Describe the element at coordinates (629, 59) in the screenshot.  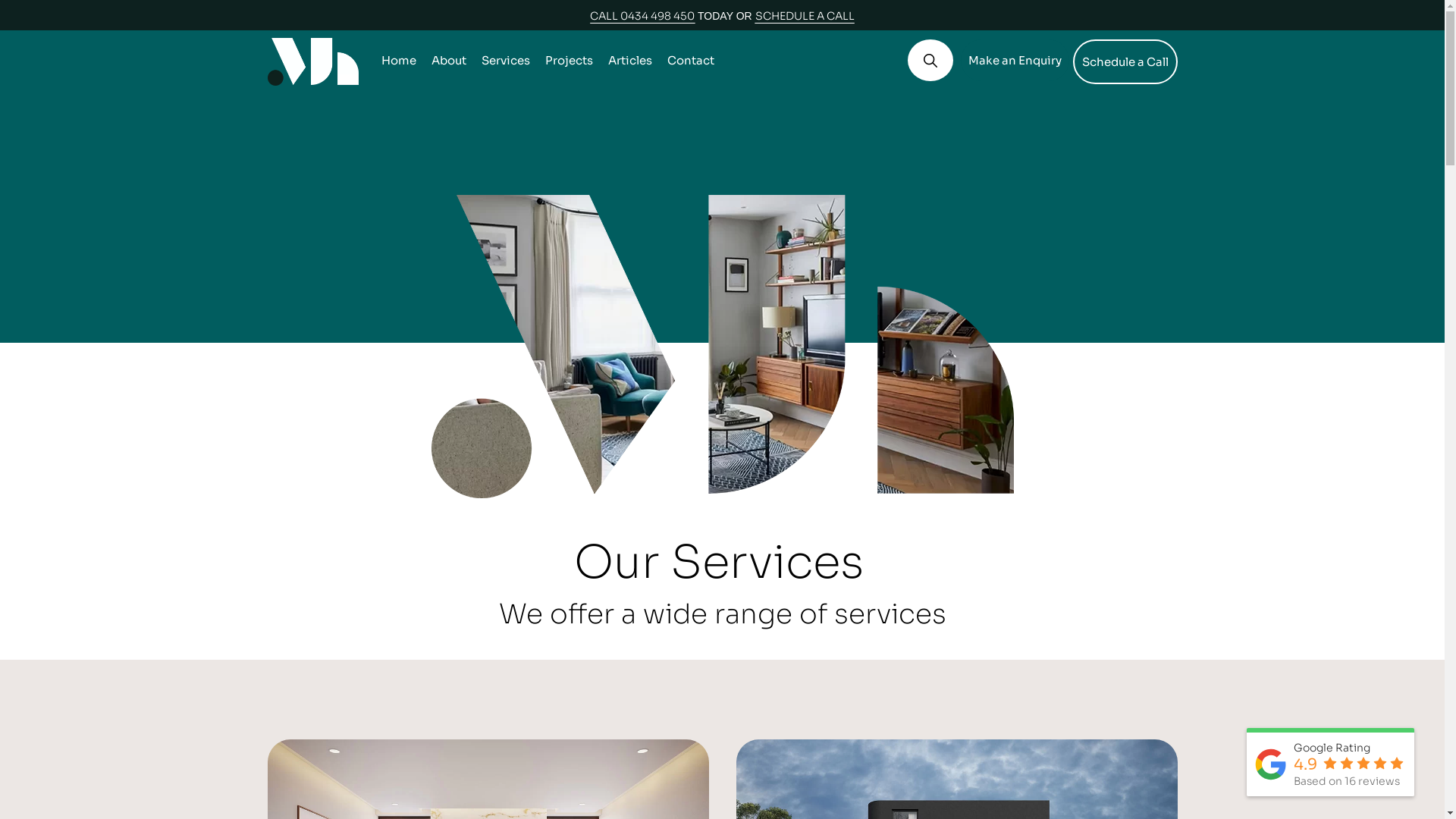
I see `'Articles'` at that location.